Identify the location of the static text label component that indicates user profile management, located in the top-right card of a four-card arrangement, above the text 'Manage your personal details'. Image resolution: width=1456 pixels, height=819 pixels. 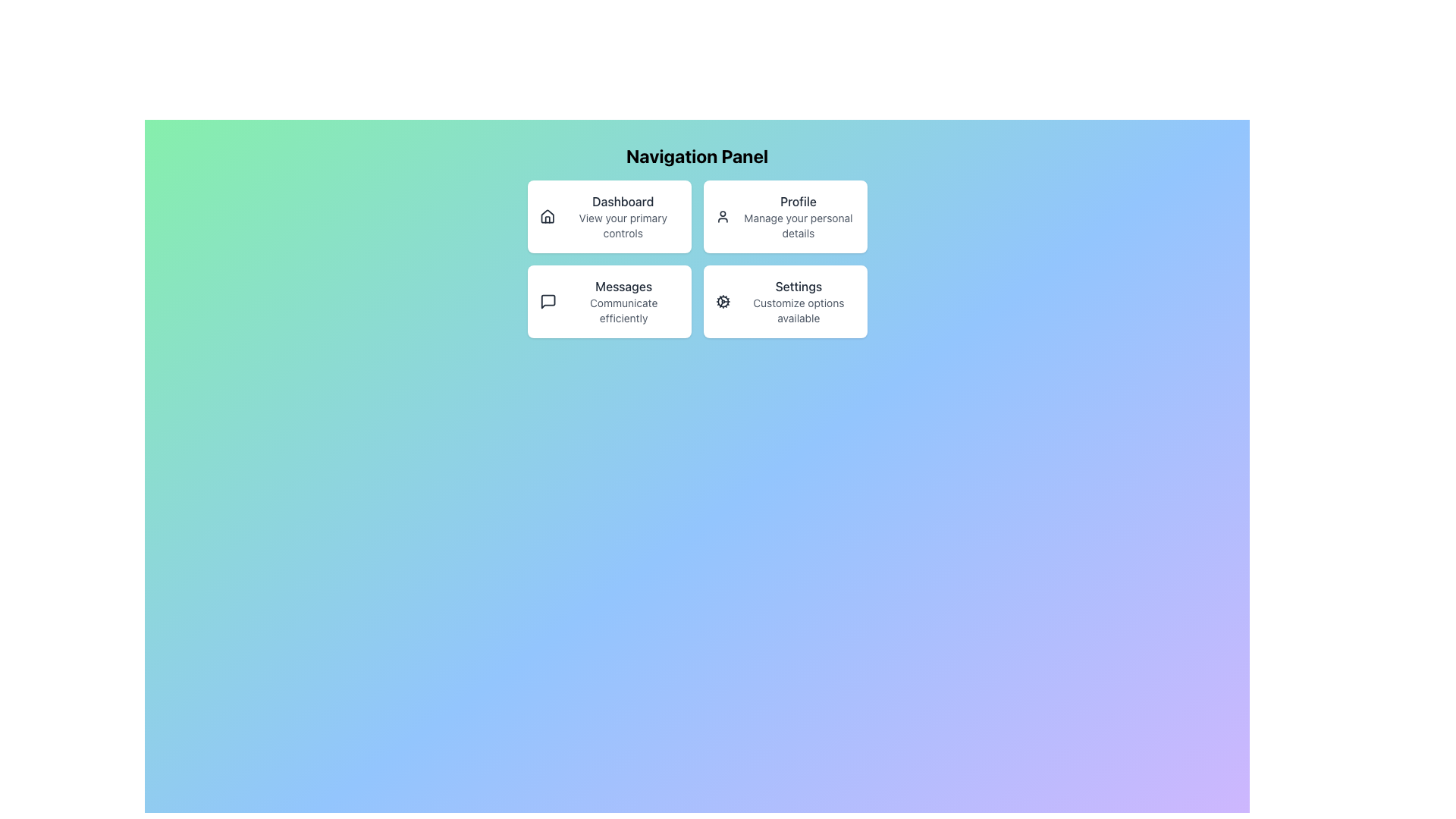
(797, 201).